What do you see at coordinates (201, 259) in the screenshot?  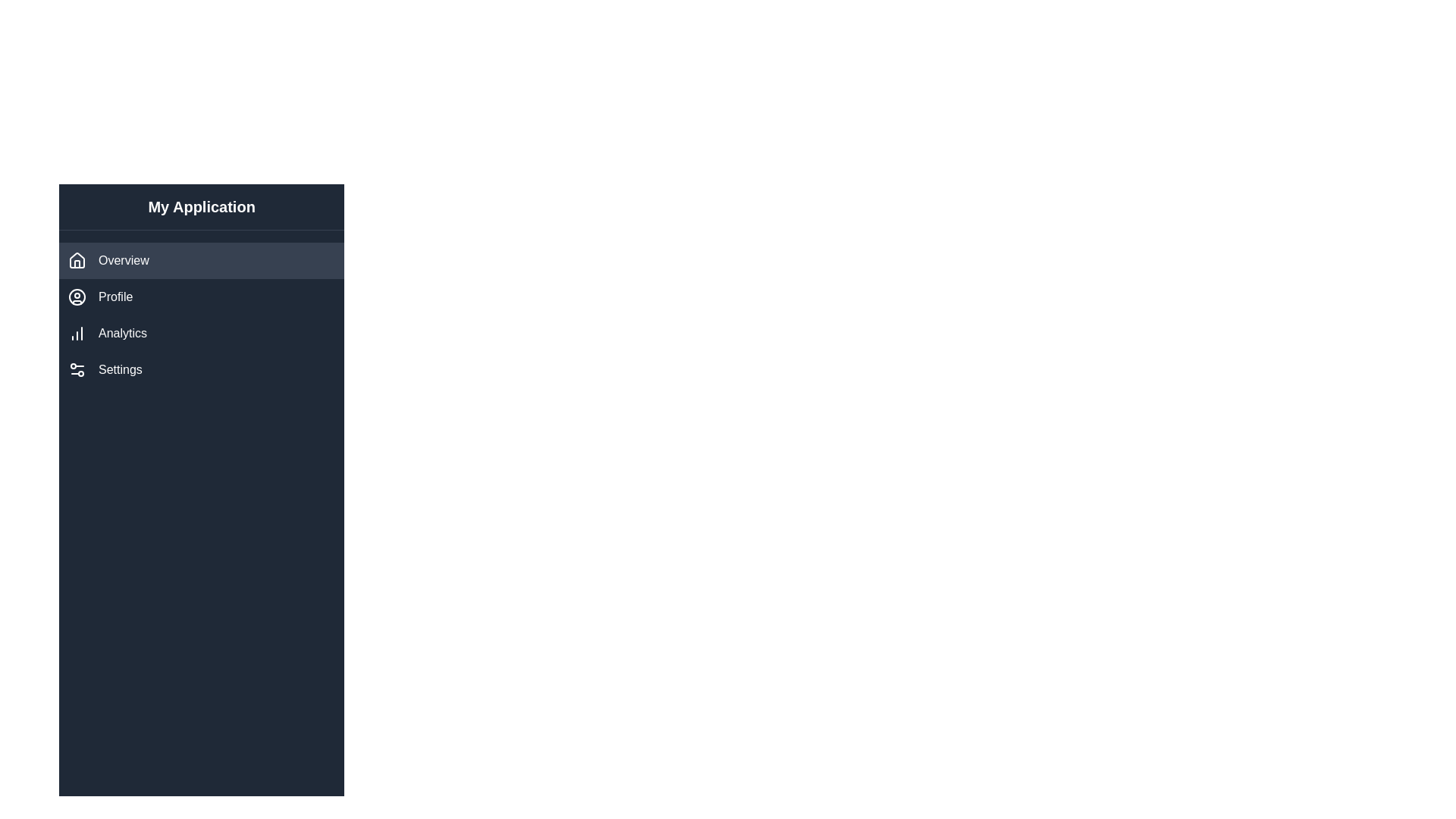 I see `the 'Overview' menu item, which is the first item in the vertical navigation menu located below 'My Application' and above 'Profile', 'Analytics', and 'Settings'` at bounding box center [201, 259].